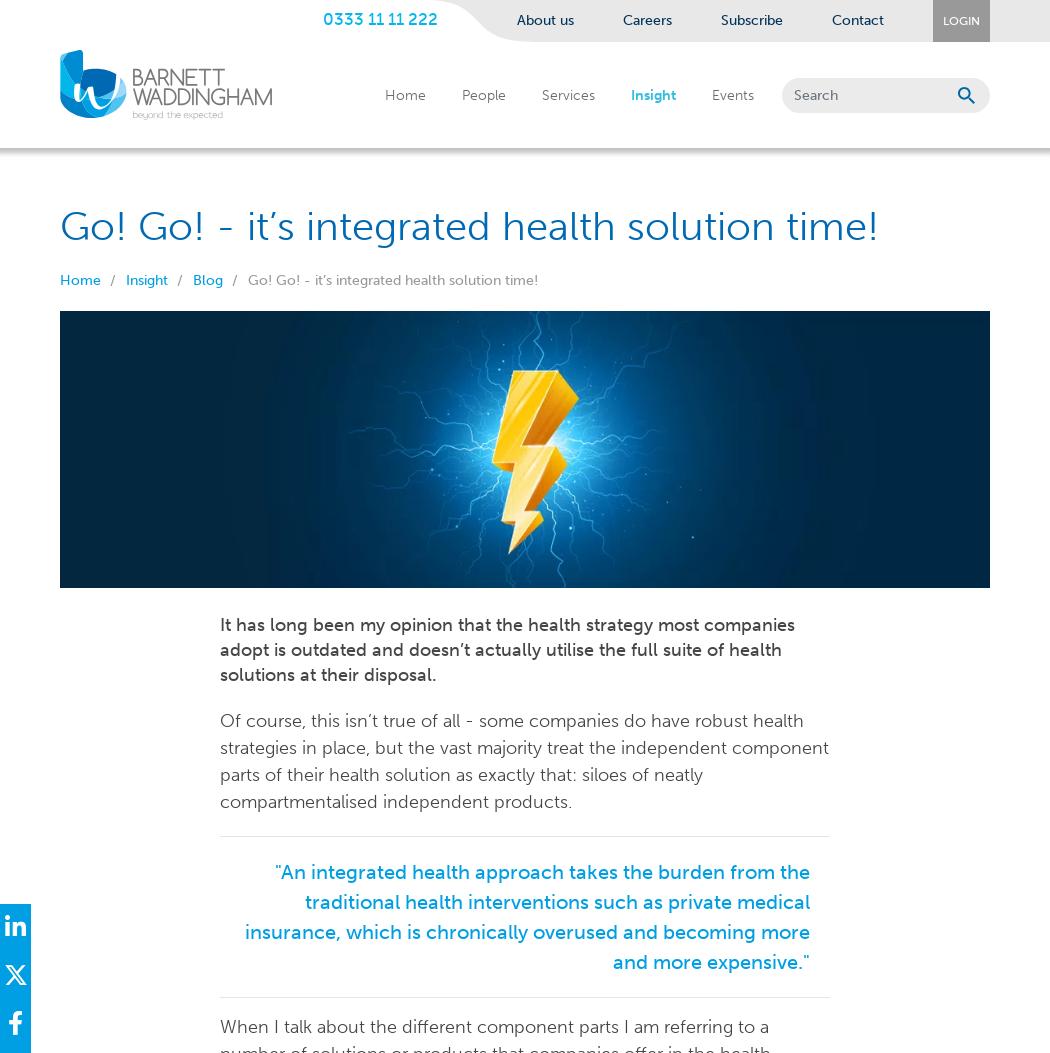  Describe the element at coordinates (545, 20) in the screenshot. I see `'About us'` at that location.